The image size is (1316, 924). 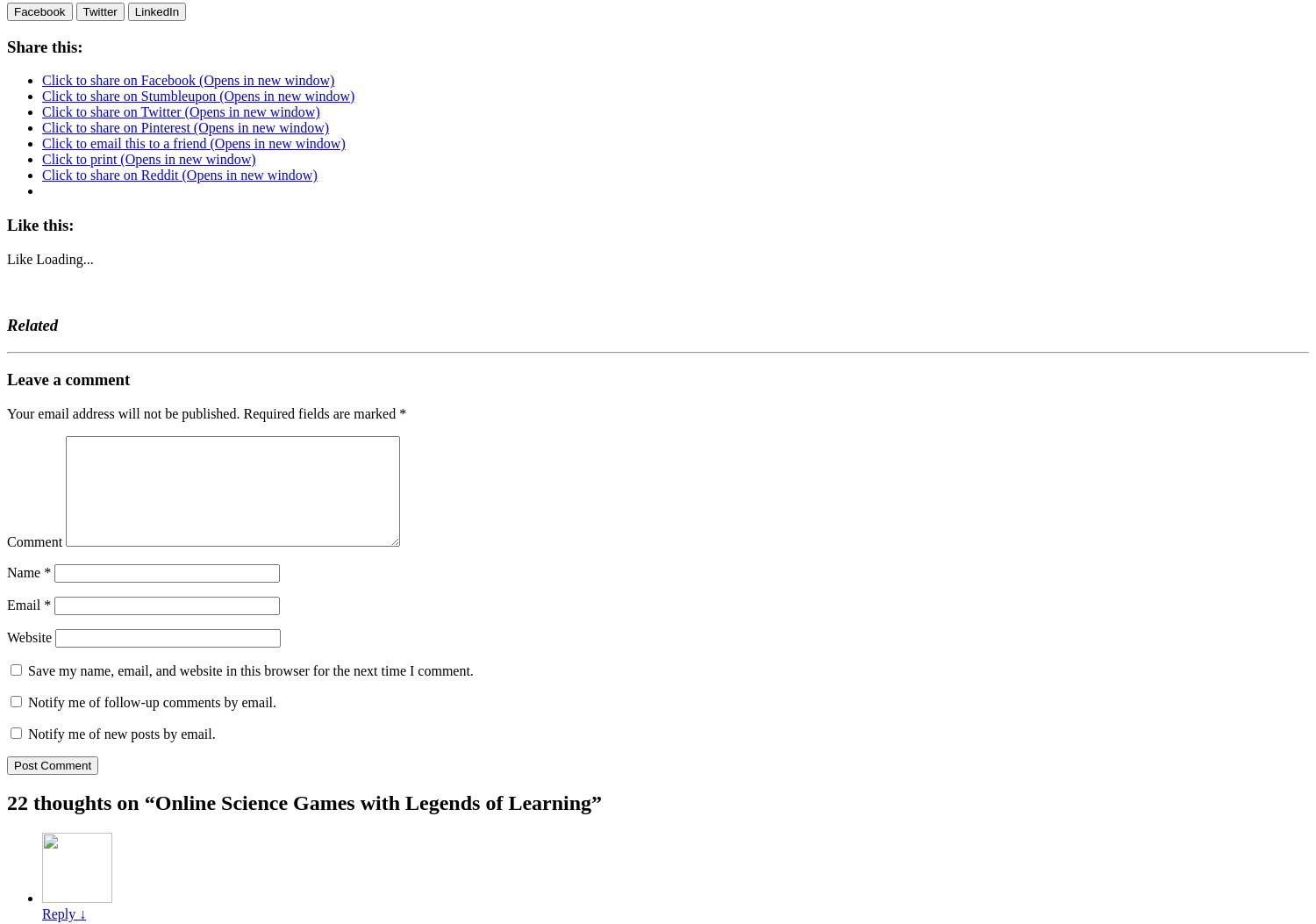 I want to click on 'Comment', so click(x=34, y=541).